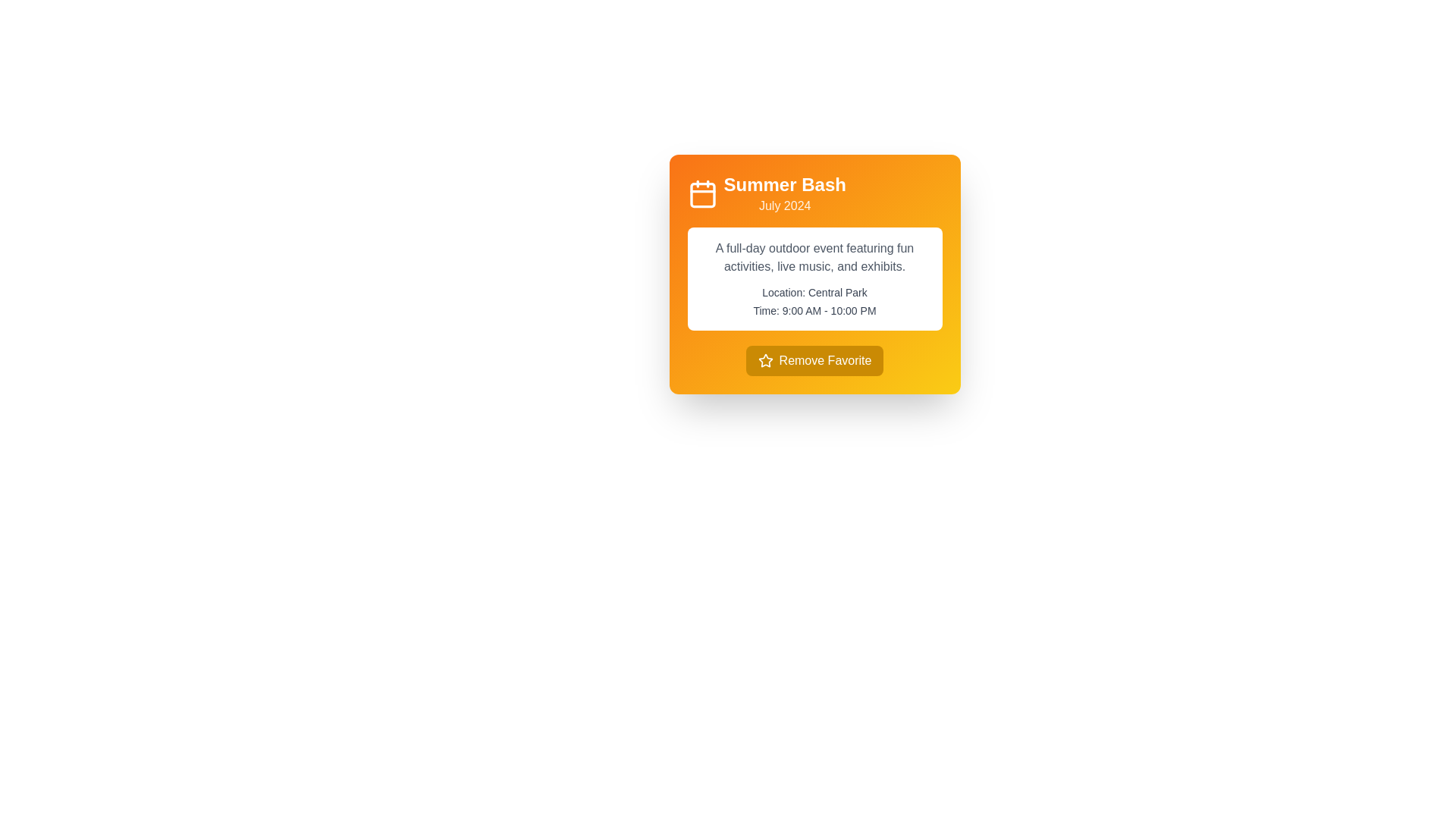  I want to click on event's title and date displayed in the text block located at the top of the event card, adjacent to the calendar icon, so click(814, 193).